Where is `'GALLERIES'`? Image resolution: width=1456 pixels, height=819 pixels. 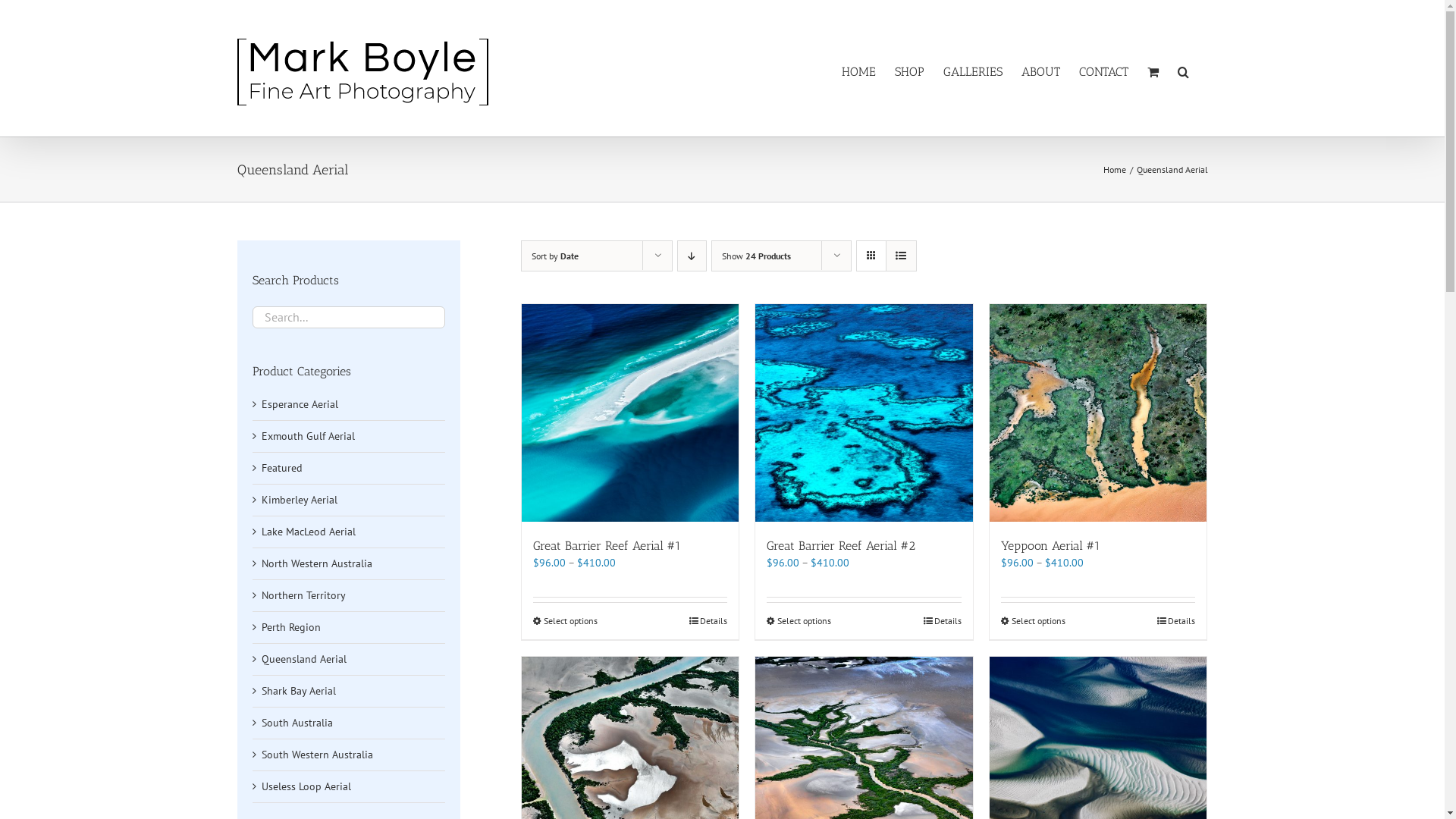 'GALLERIES' is located at coordinates (972, 72).